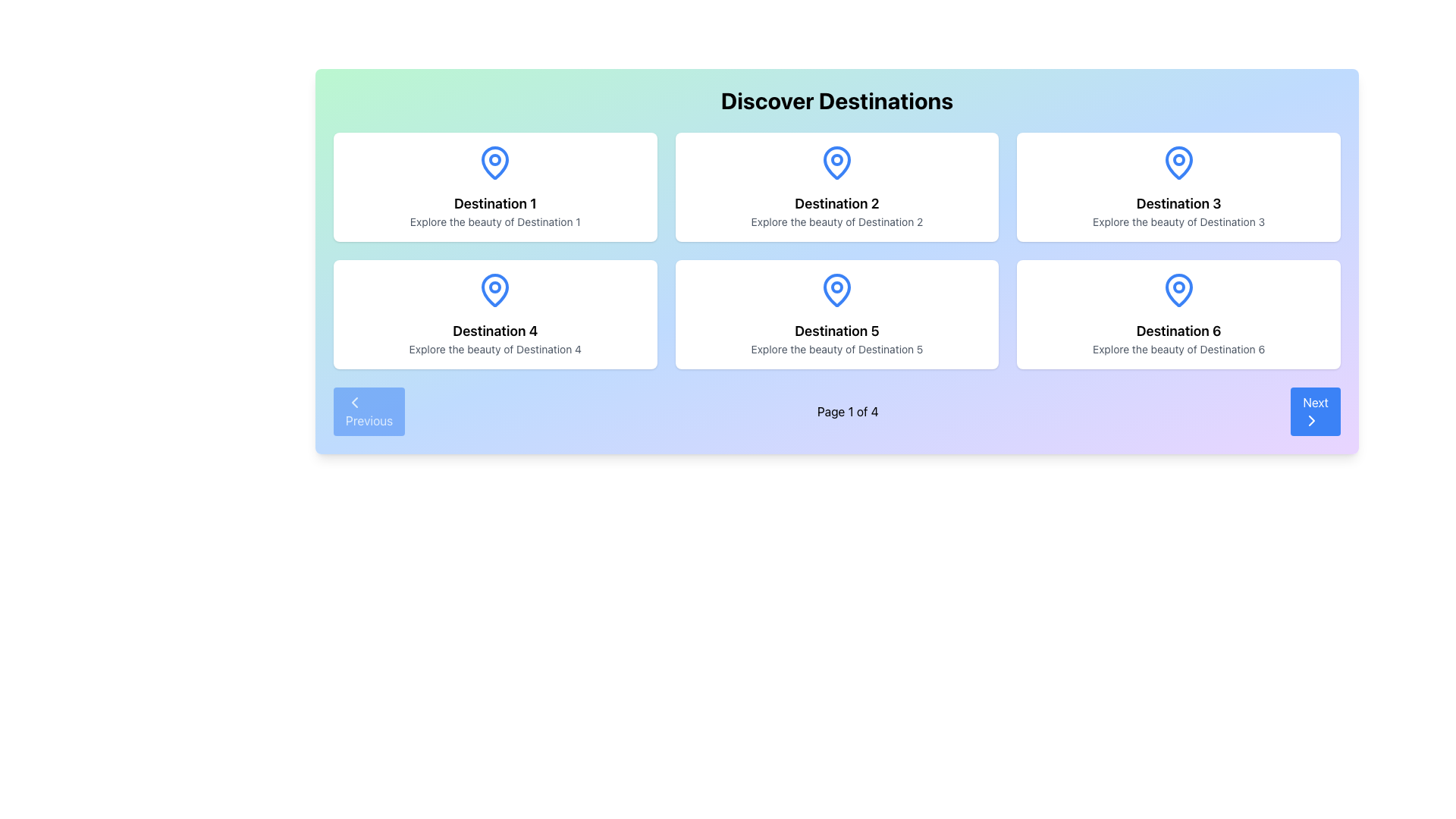  What do you see at coordinates (836, 287) in the screenshot?
I see `the circular decorative element of the map pin icon located in the fifth card of the 2x3 grid layout under the 'Discover Destinations' heading` at bounding box center [836, 287].